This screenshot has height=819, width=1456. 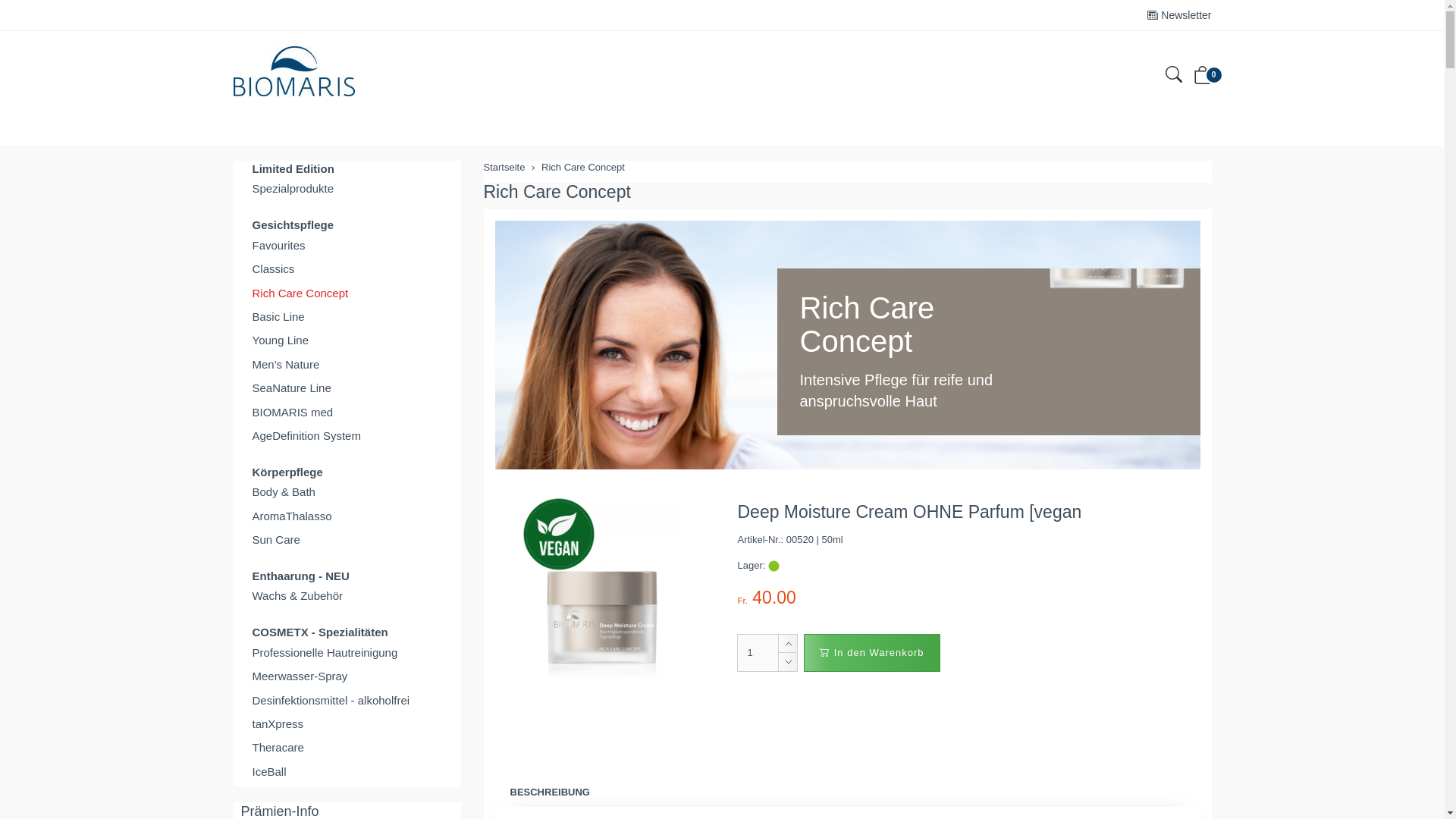 I want to click on 'tanXpress', so click(x=240, y=723).